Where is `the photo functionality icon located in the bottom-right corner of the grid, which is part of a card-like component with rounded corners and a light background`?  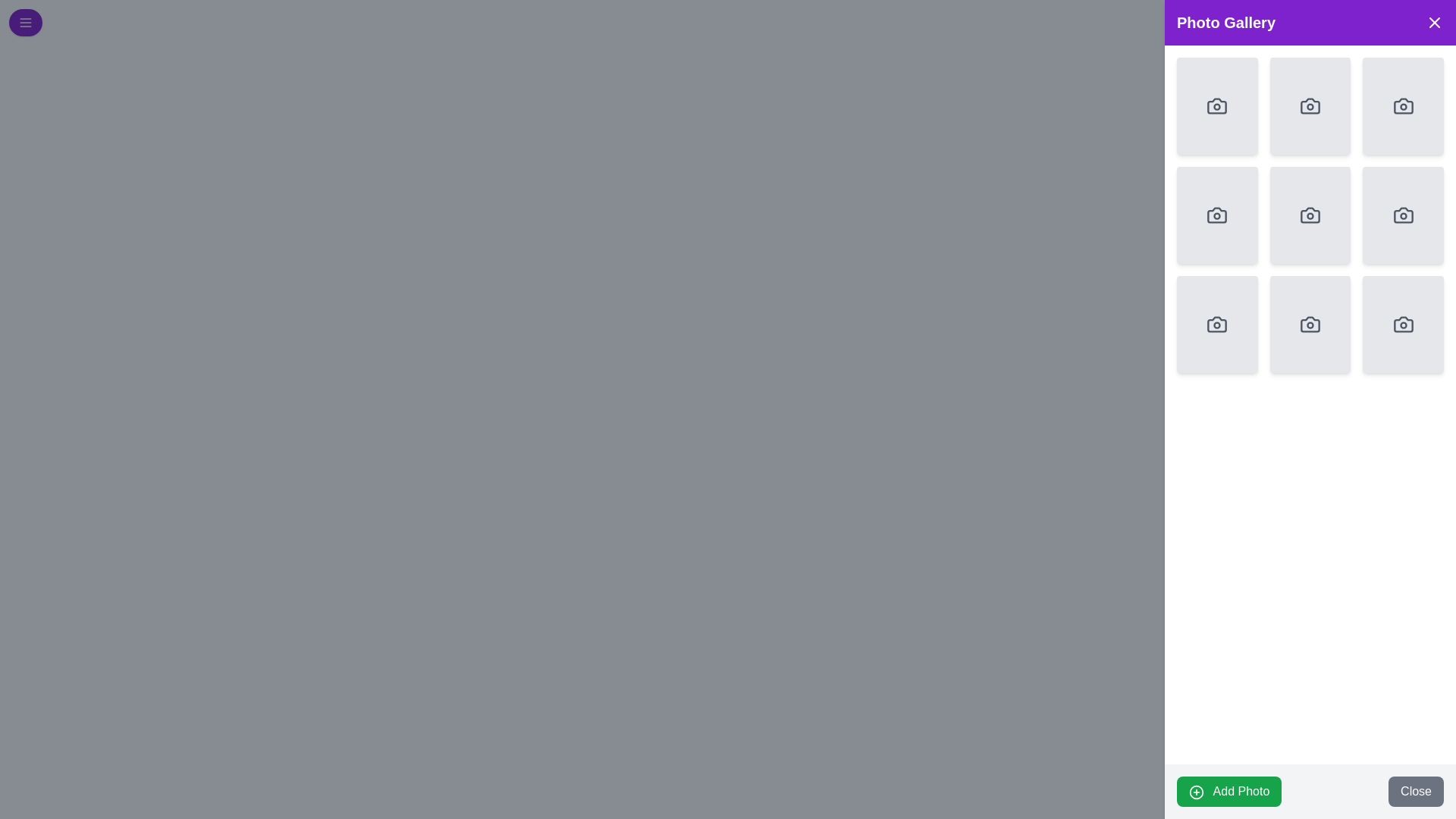
the photo functionality icon located in the bottom-right corner of the grid, which is part of a card-like component with rounded corners and a light background is located at coordinates (1402, 324).